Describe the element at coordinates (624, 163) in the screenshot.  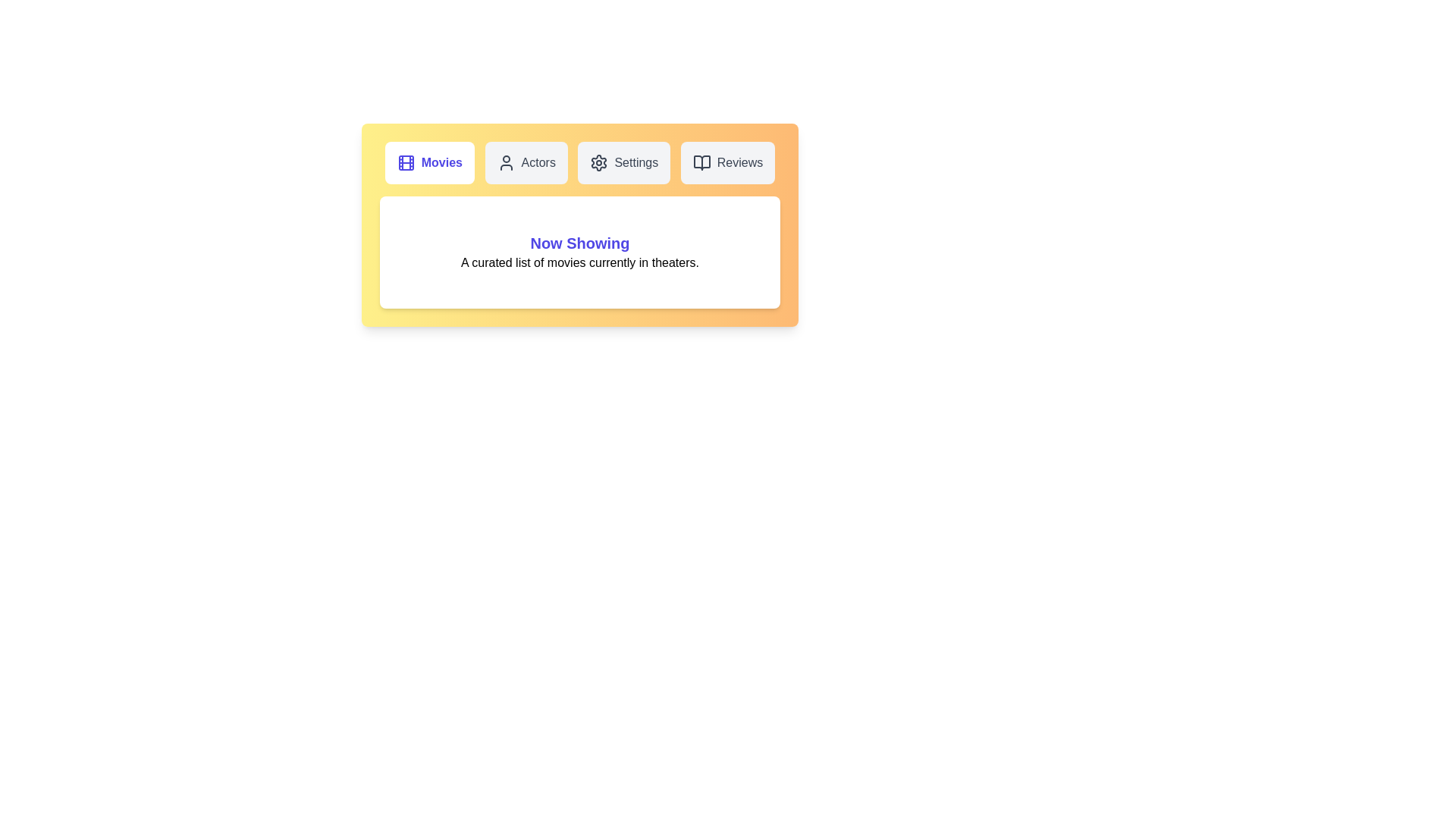
I see `the tab labeled Settings` at that location.